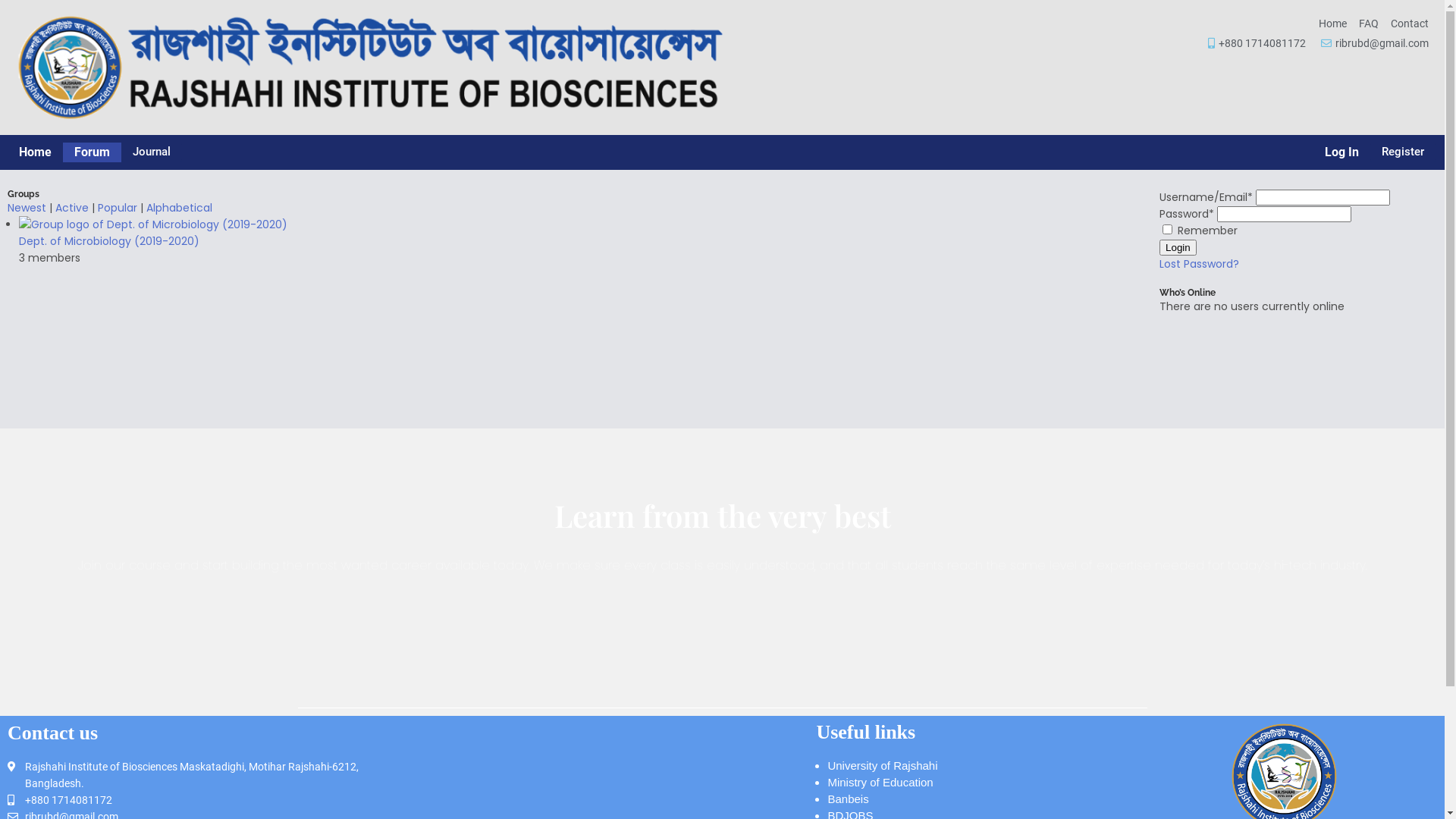 This screenshot has width=1456, height=819. I want to click on 'Register', so click(1401, 152).